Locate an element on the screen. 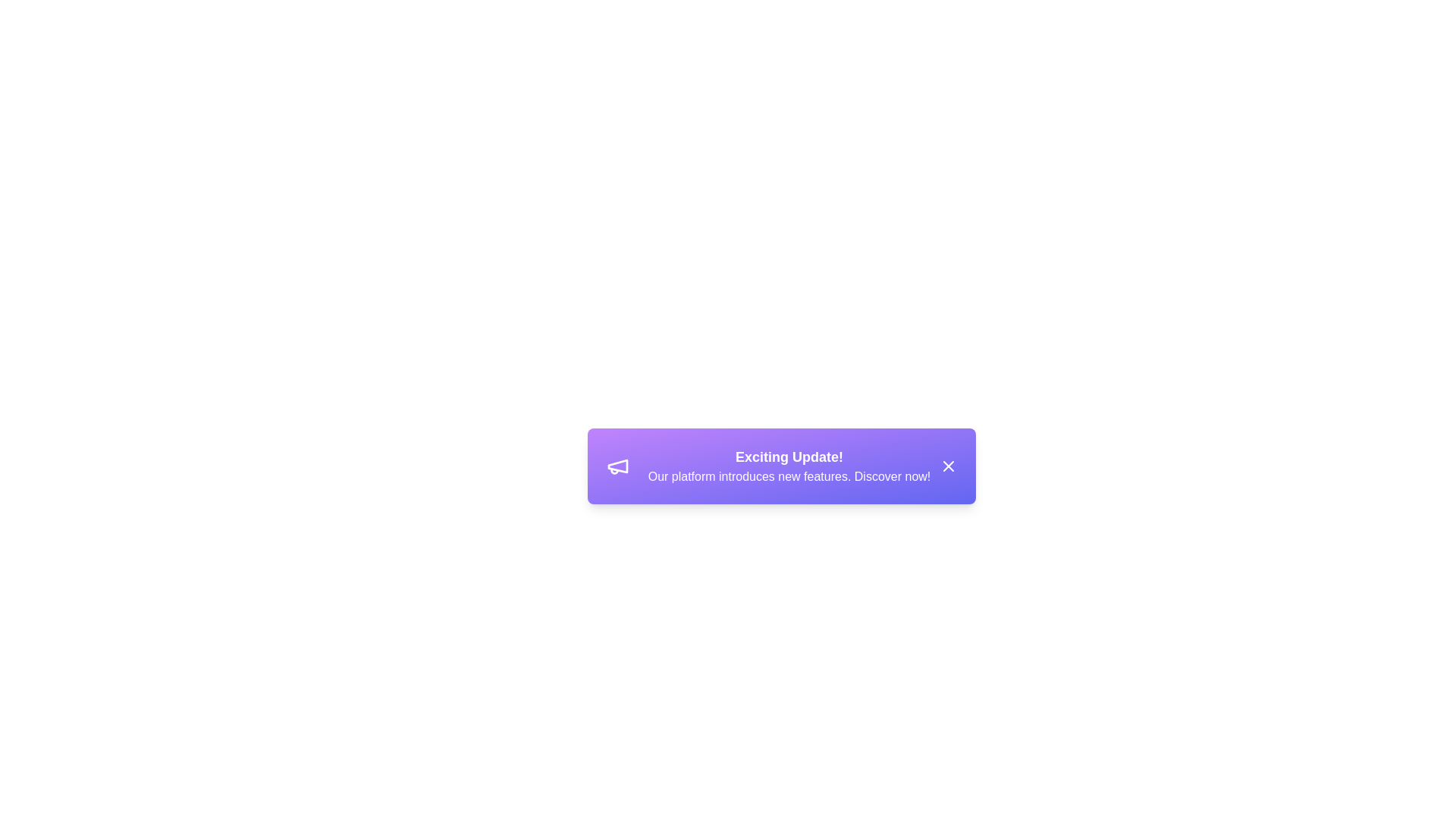 The height and width of the screenshot is (819, 1456). the icon next to the alert text to reveal additional context is located at coordinates (618, 465).